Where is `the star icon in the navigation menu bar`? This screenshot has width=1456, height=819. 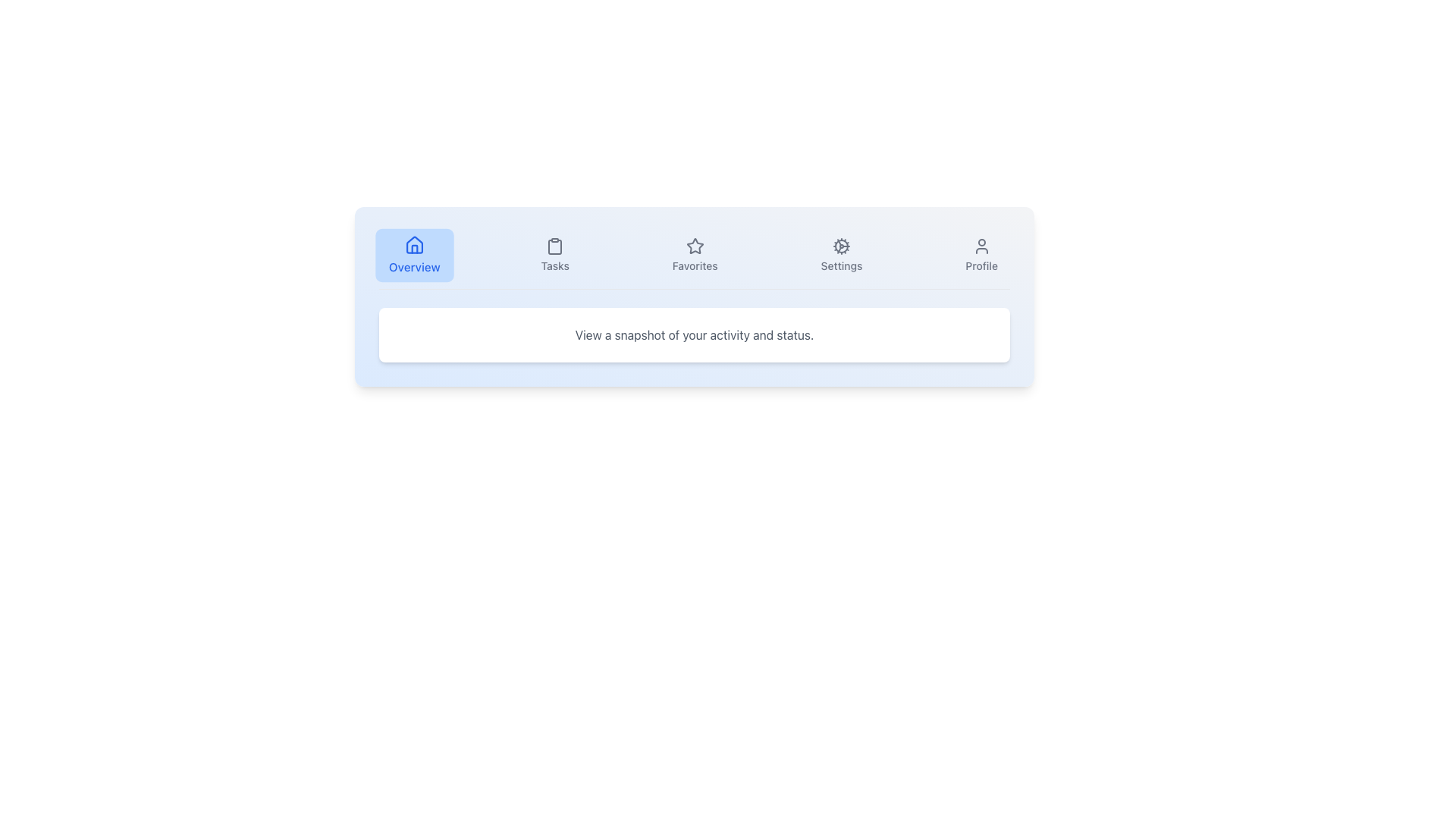 the star icon in the navigation menu bar is located at coordinates (694, 245).